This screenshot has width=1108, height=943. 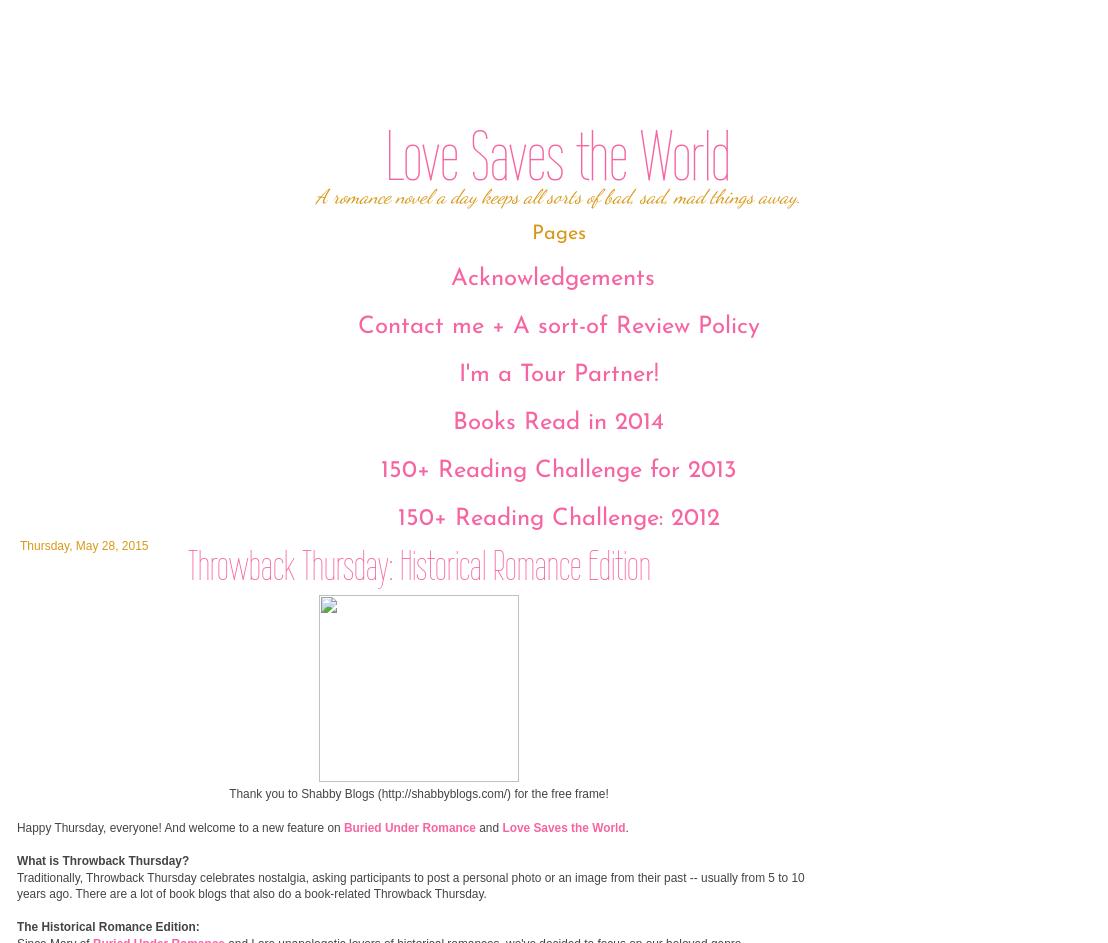 What do you see at coordinates (417, 793) in the screenshot?
I see `'Thank you to Shabby Blogs (http://shabbyblogs.com/) for the free frame!'` at bounding box center [417, 793].